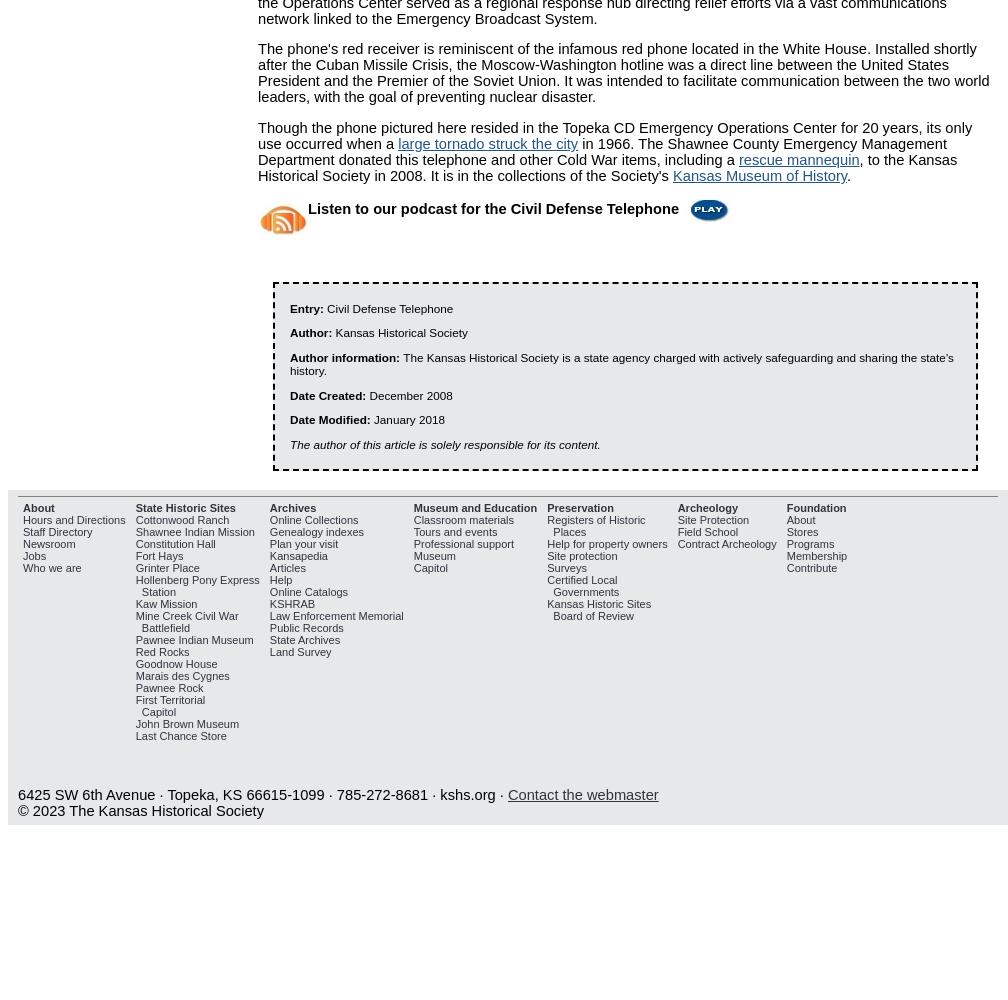  I want to click on 'Museum and Education', so click(412, 507).